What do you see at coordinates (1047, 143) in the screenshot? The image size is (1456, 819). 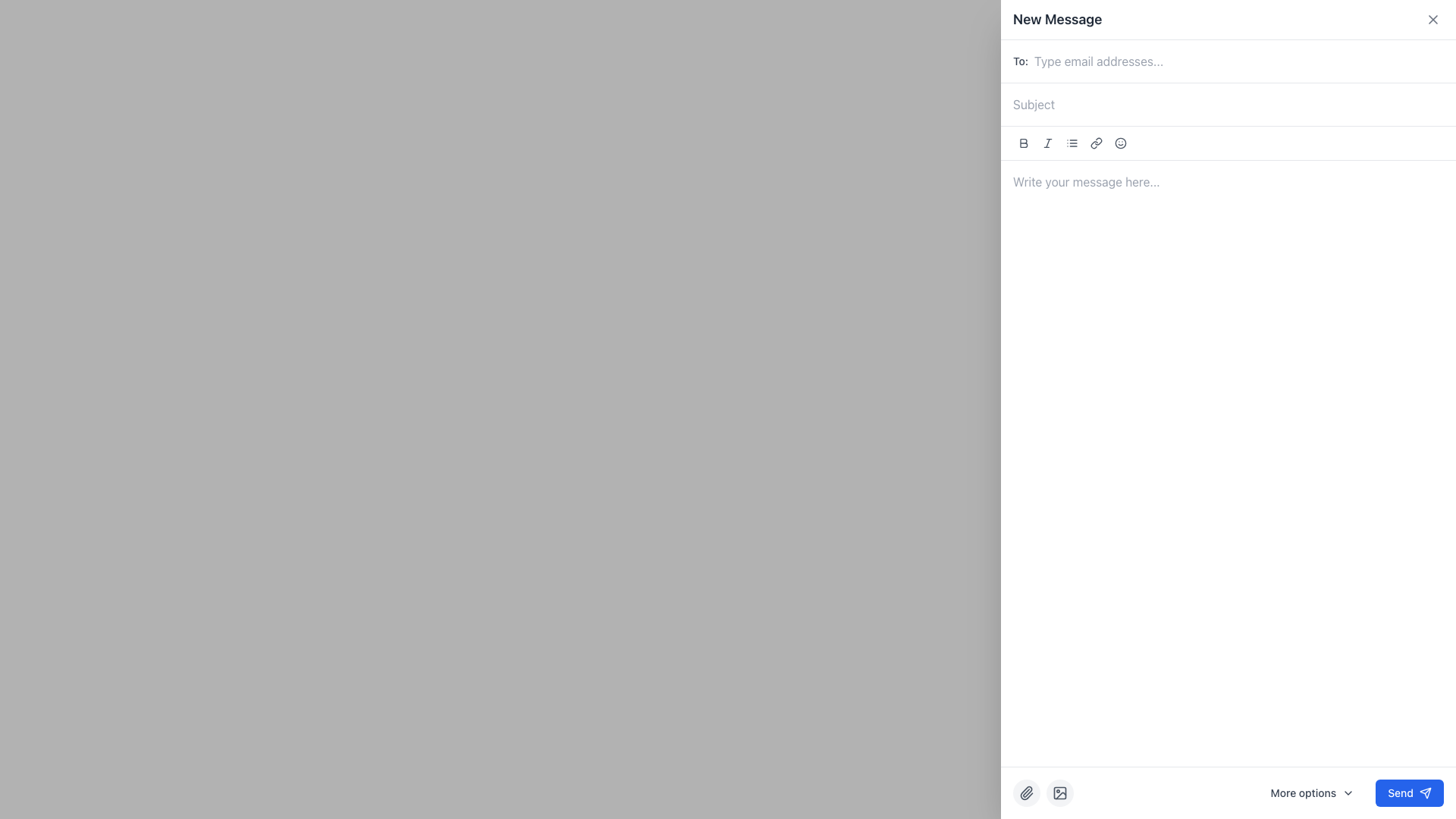 I see `the italic formatting button located in the toolbar below the 'Subject' field in the email composition interface` at bounding box center [1047, 143].